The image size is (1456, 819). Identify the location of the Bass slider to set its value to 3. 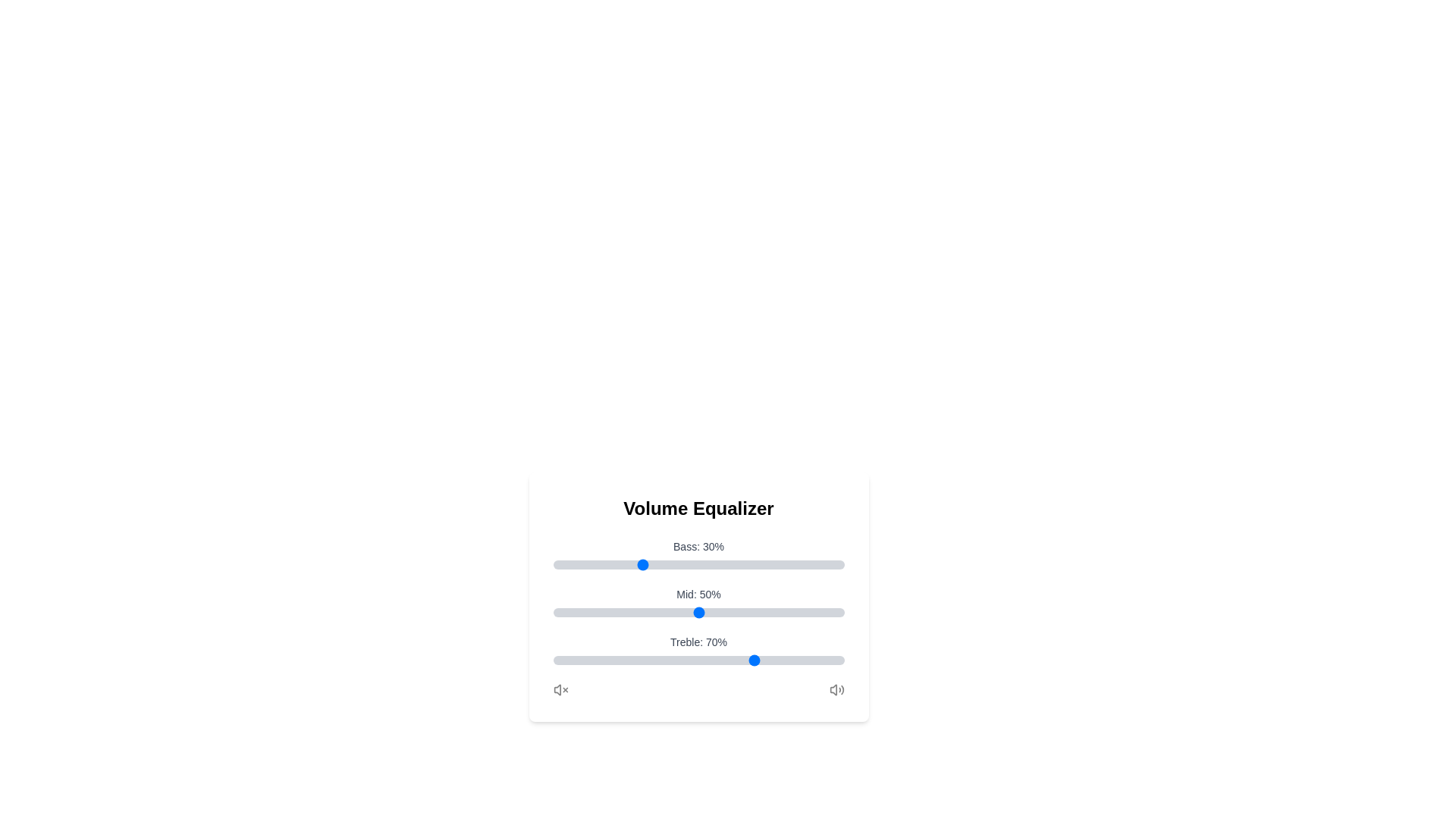
(560, 564).